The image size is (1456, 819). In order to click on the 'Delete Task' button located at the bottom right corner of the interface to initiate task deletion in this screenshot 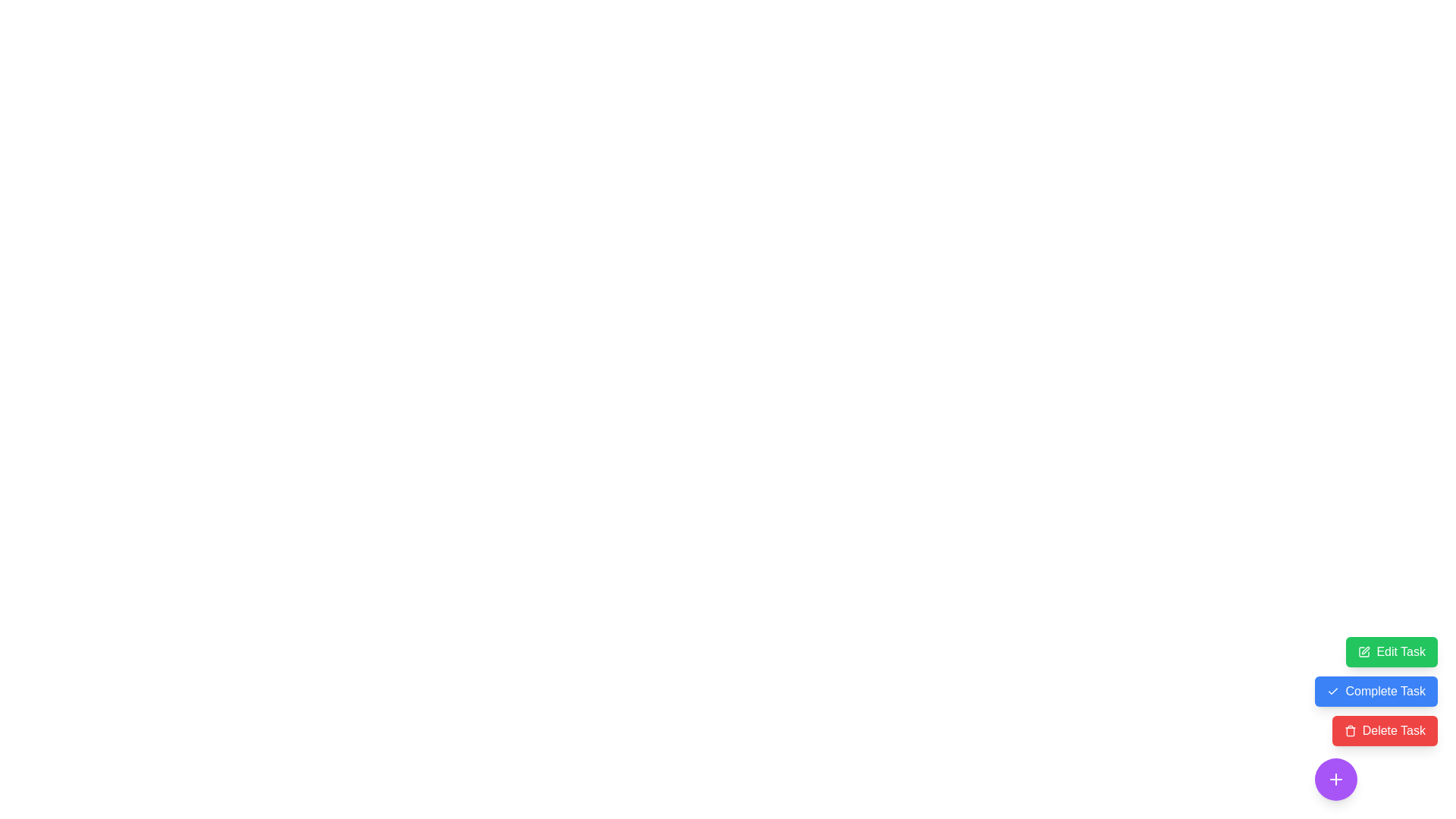, I will do `click(1385, 730)`.